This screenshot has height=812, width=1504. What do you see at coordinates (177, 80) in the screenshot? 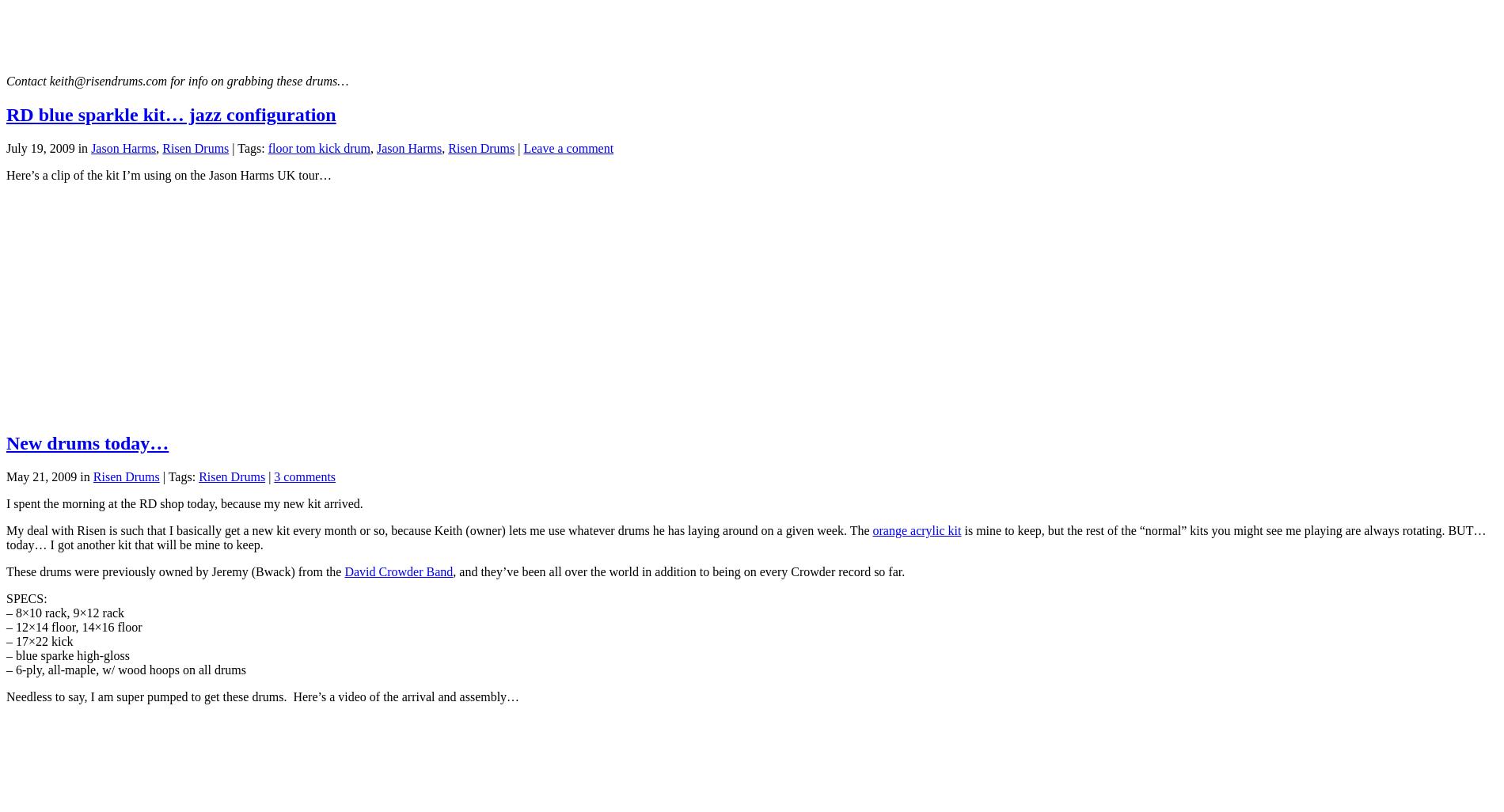
I see `'Contact keith@risendrums.com for info on grabbing these drums…'` at bounding box center [177, 80].